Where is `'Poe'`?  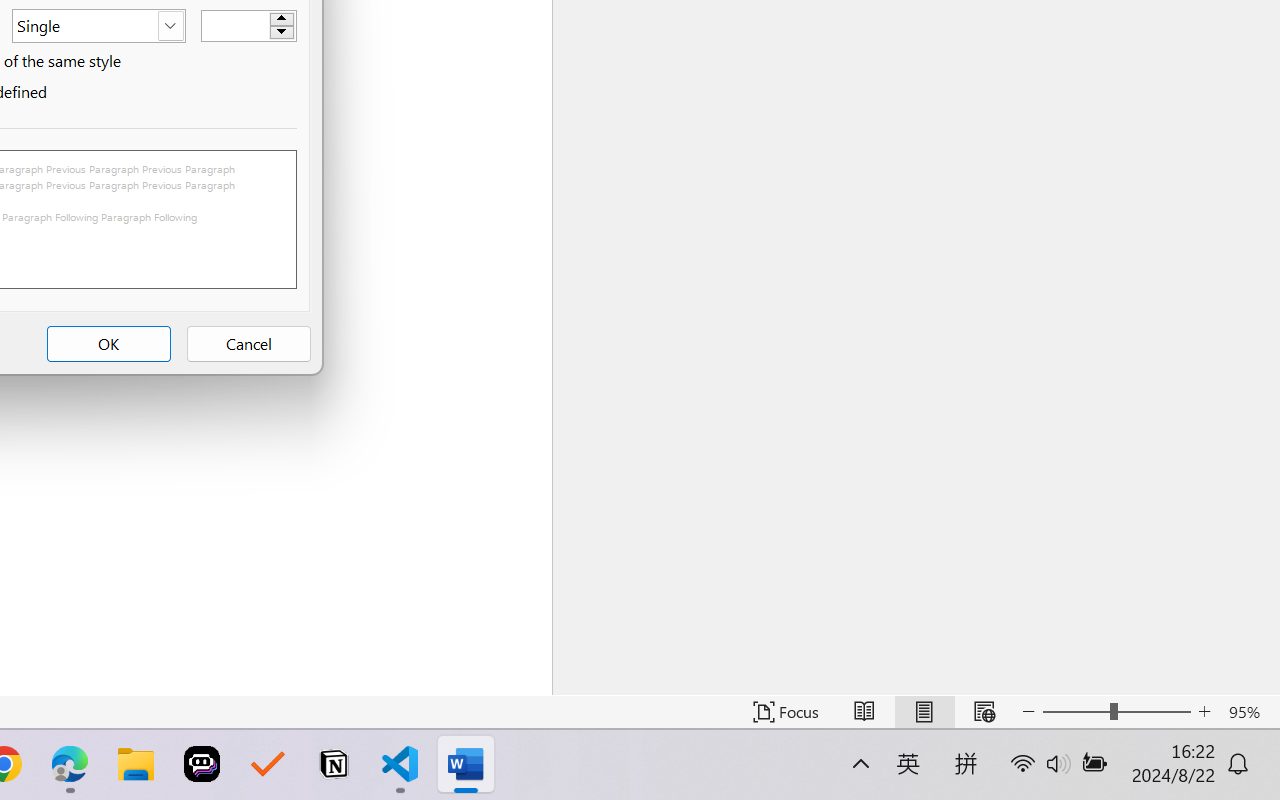
'Poe' is located at coordinates (202, 764).